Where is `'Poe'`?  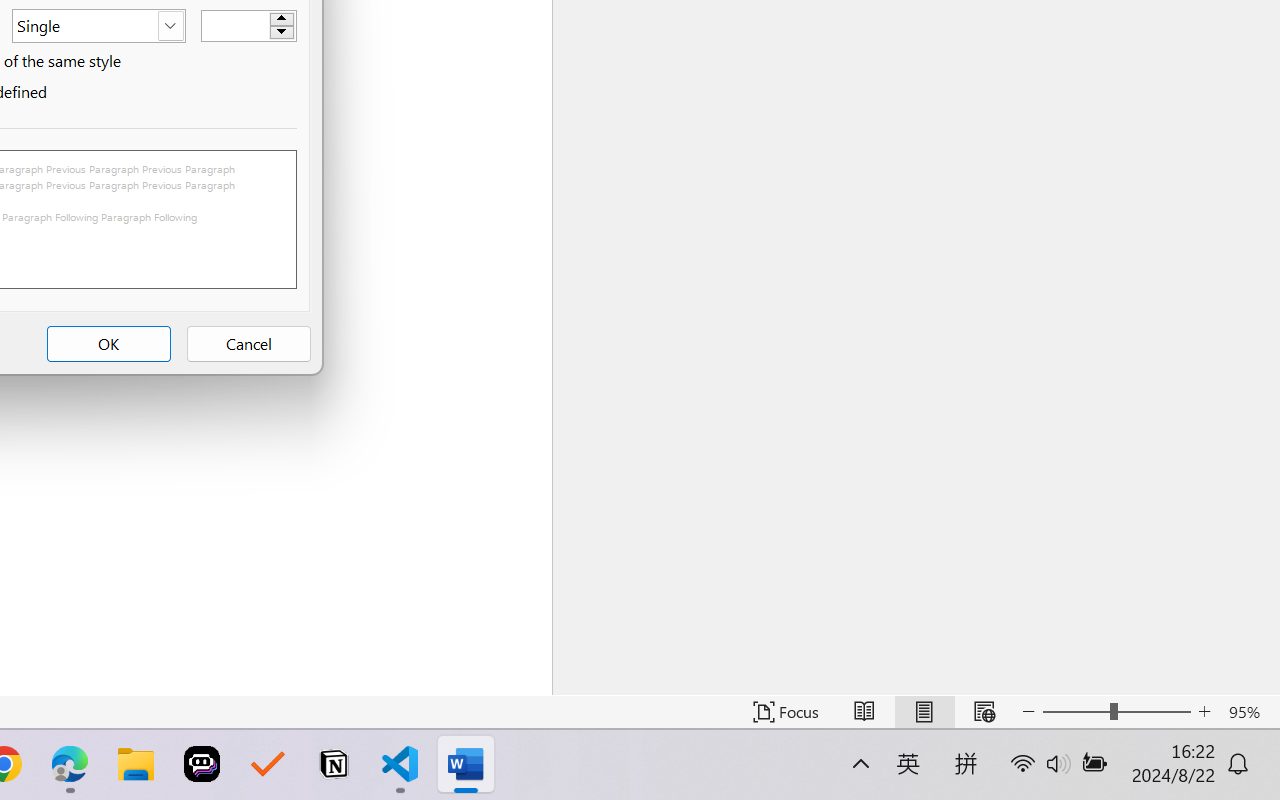
'Poe' is located at coordinates (202, 764).